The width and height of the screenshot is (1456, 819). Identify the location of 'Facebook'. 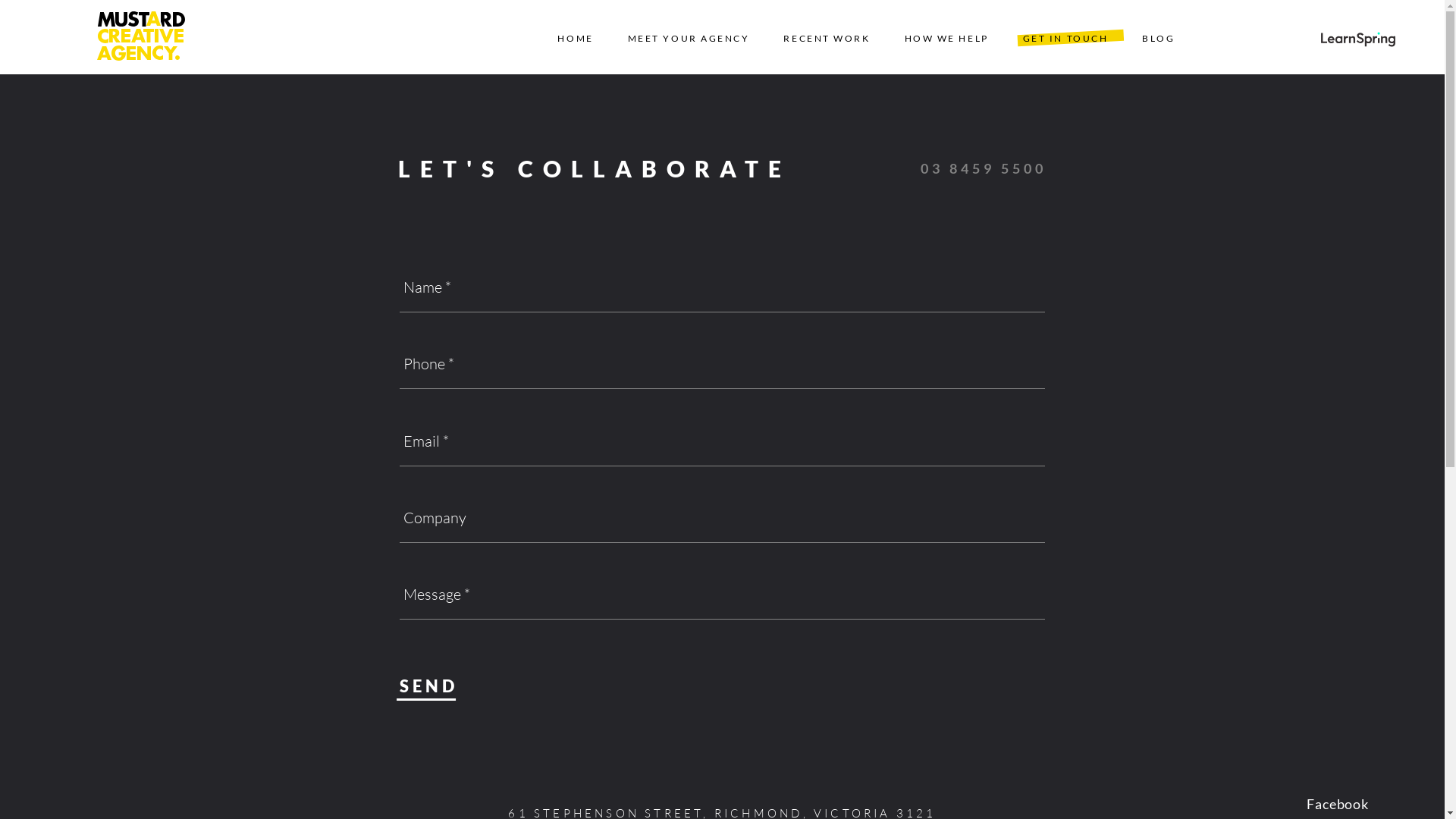
(1335, 803).